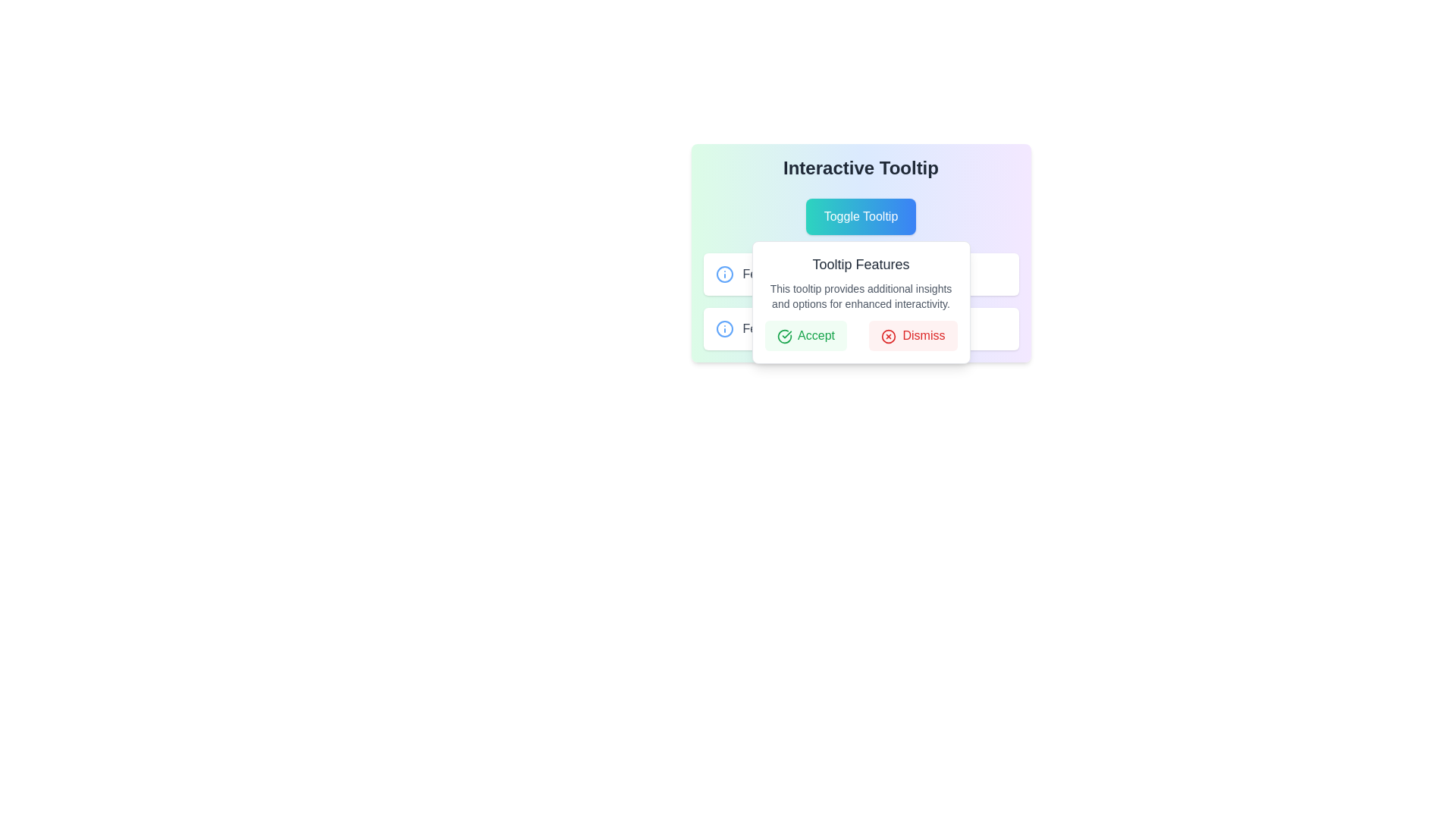 The height and width of the screenshot is (819, 1456). What do you see at coordinates (888, 335) in the screenshot?
I see `the dismiss icon located to the right side of the 'Dismiss' button in the interactive tooltip, which is part of the red-dismiss styled button group` at bounding box center [888, 335].